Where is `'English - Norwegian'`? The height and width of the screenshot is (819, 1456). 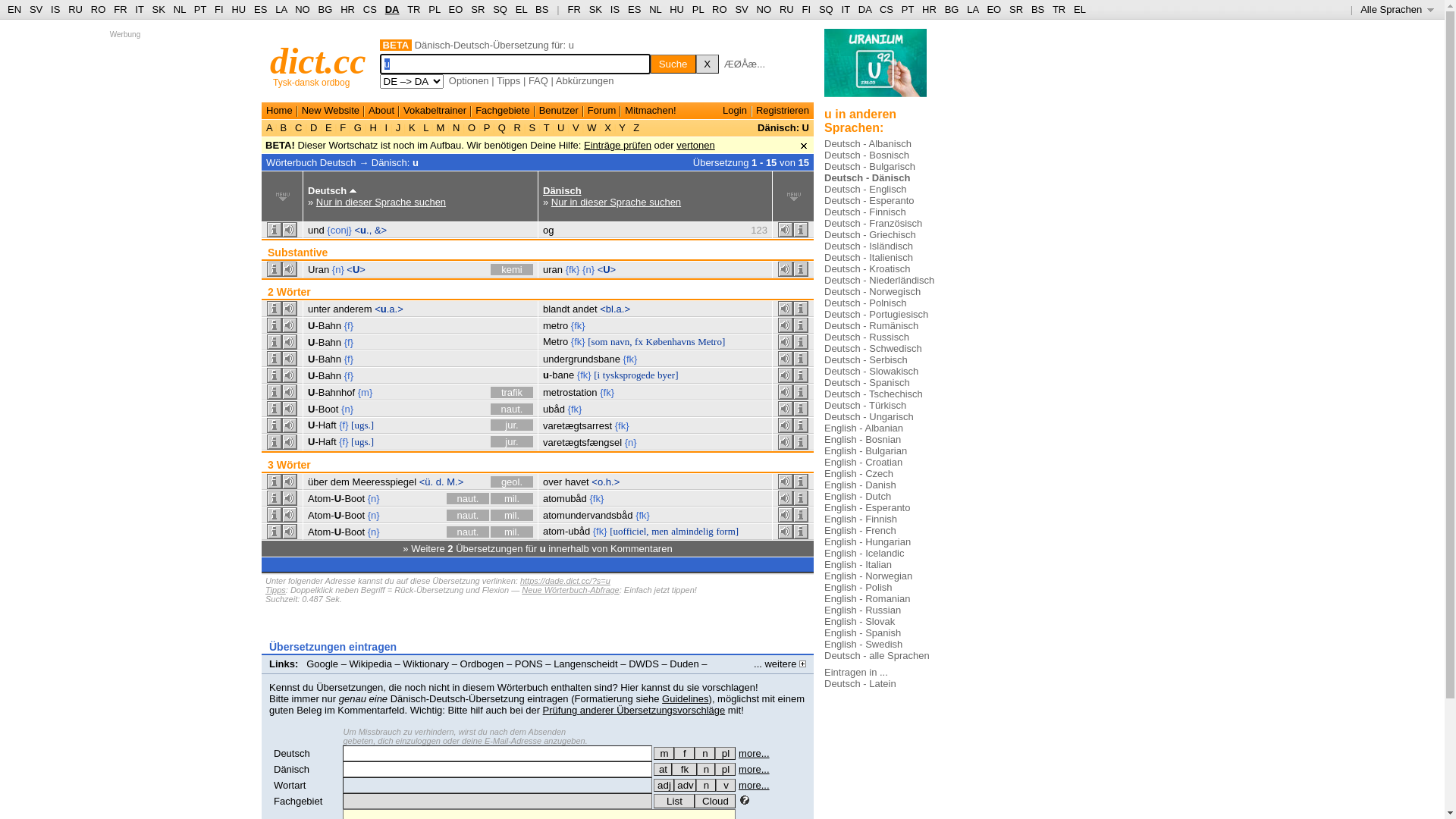 'English - Norwegian' is located at coordinates (868, 576).